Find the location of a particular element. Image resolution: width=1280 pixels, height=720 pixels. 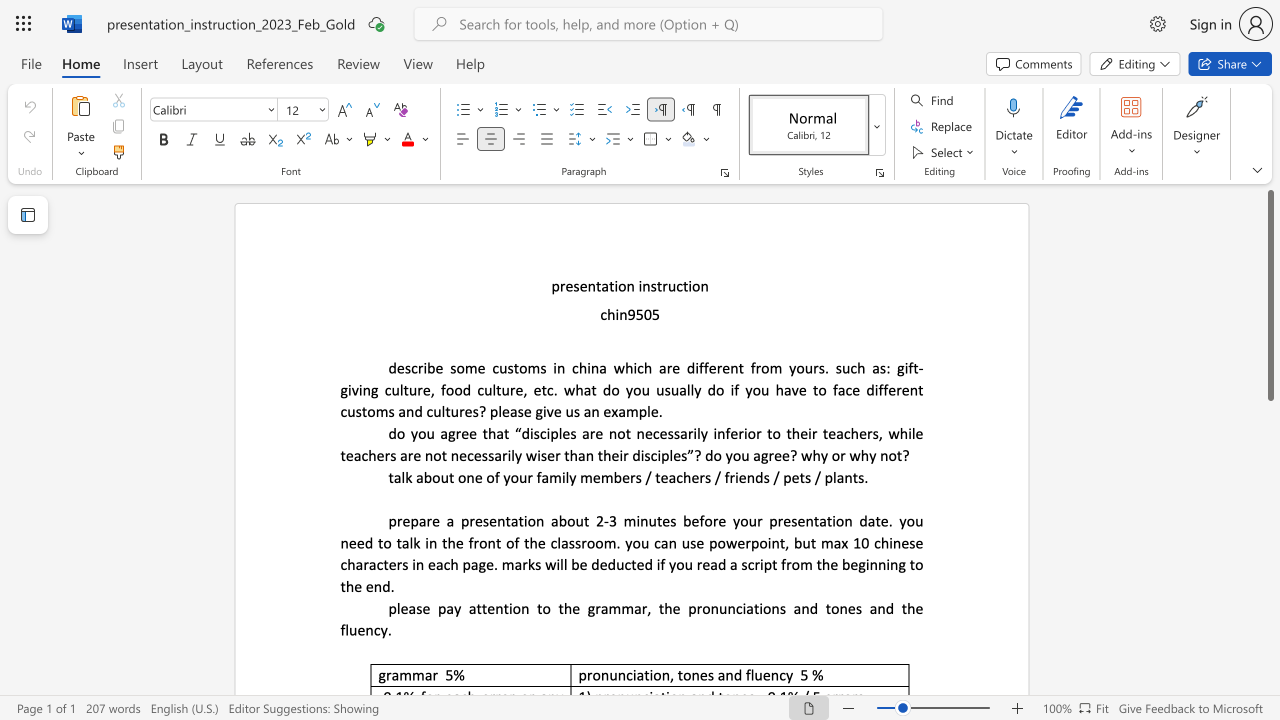

the scrollbar to scroll downward is located at coordinates (1269, 470).